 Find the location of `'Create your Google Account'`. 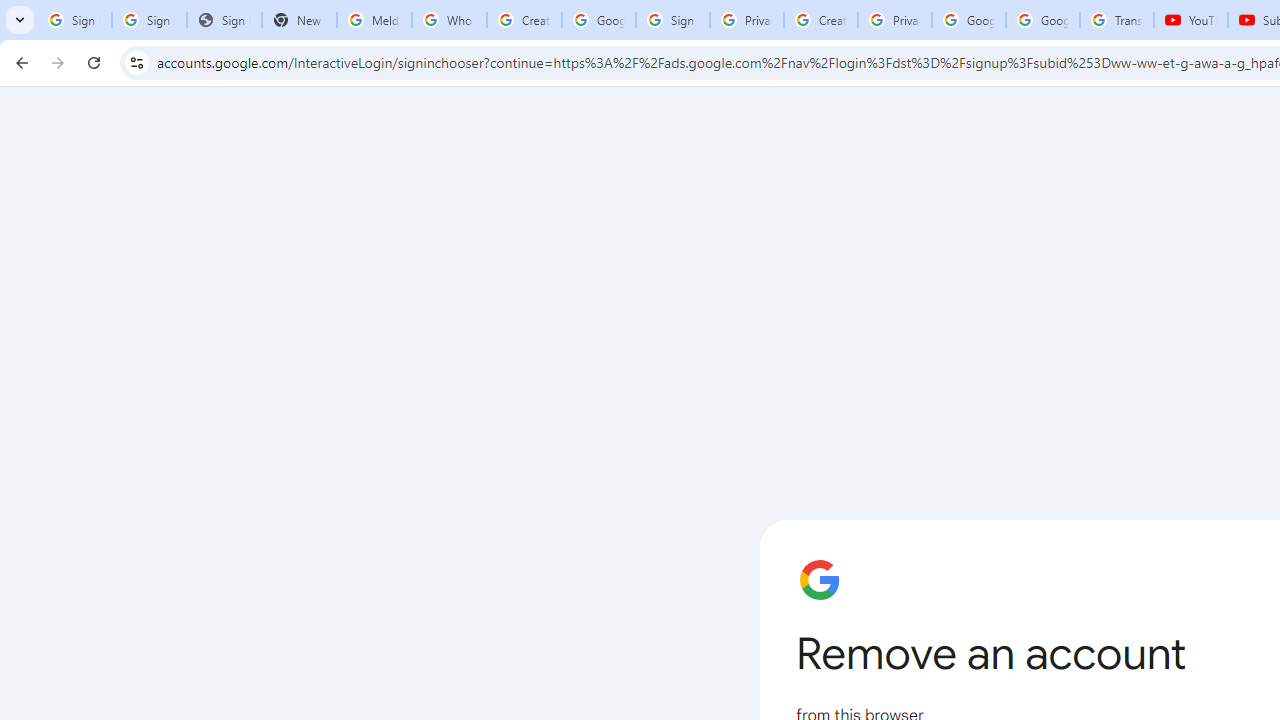

'Create your Google Account' is located at coordinates (820, 20).